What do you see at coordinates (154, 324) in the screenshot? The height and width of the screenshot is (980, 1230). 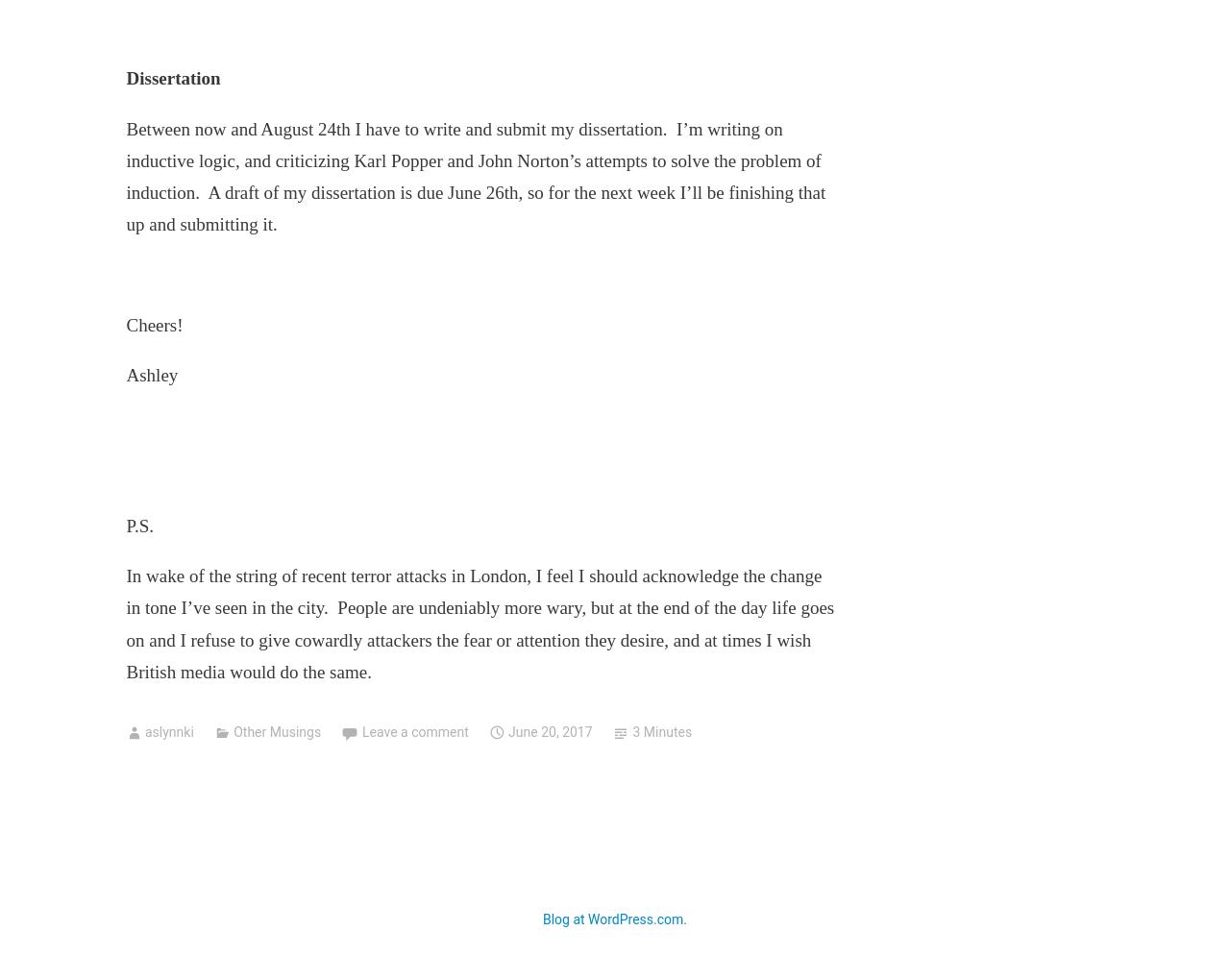 I see `'Cheers!'` at bounding box center [154, 324].